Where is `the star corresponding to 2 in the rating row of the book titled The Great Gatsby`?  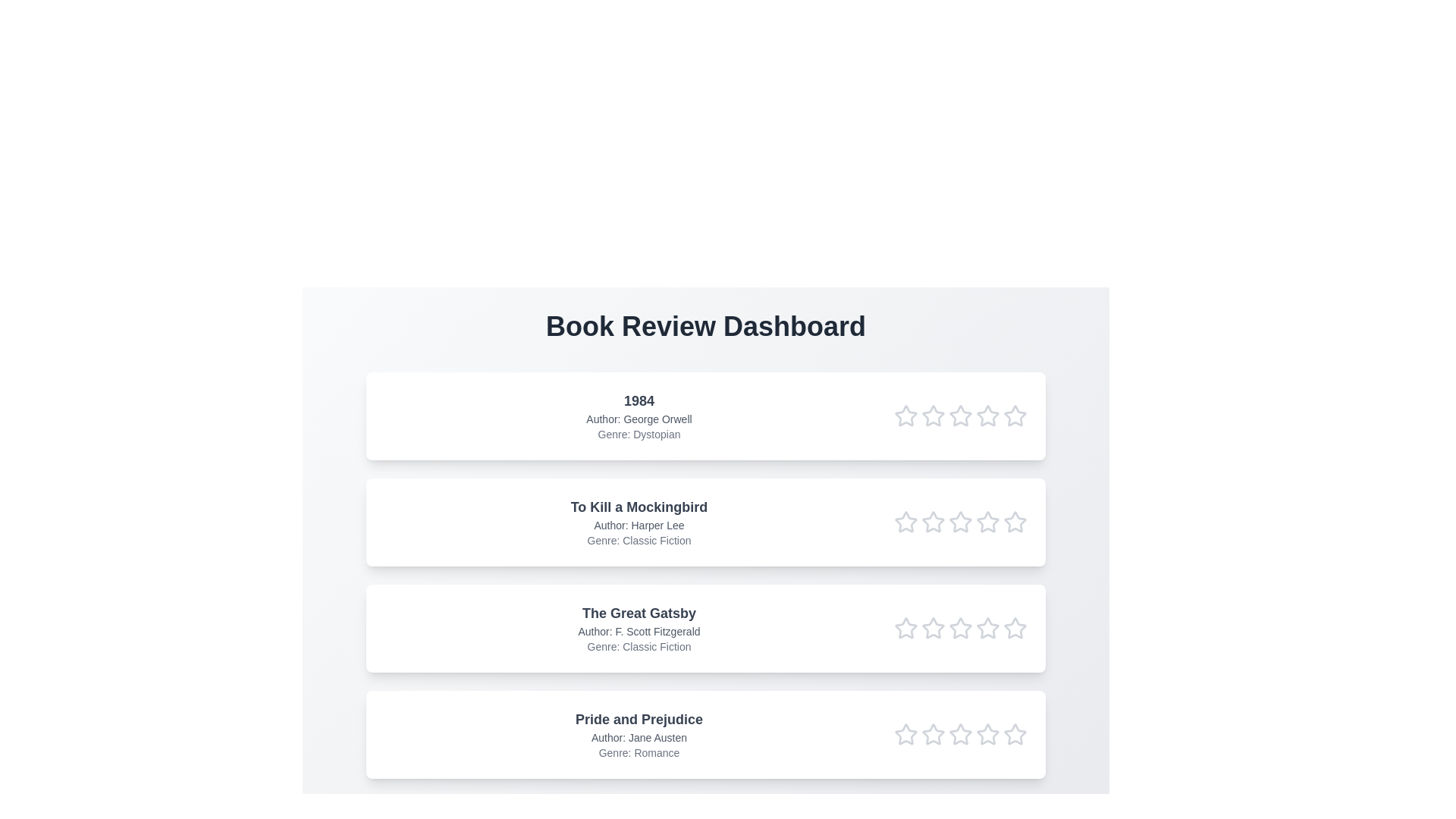
the star corresponding to 2 in the rating row of the book titled The Great Gatsby is located at coordinates (932, 629).